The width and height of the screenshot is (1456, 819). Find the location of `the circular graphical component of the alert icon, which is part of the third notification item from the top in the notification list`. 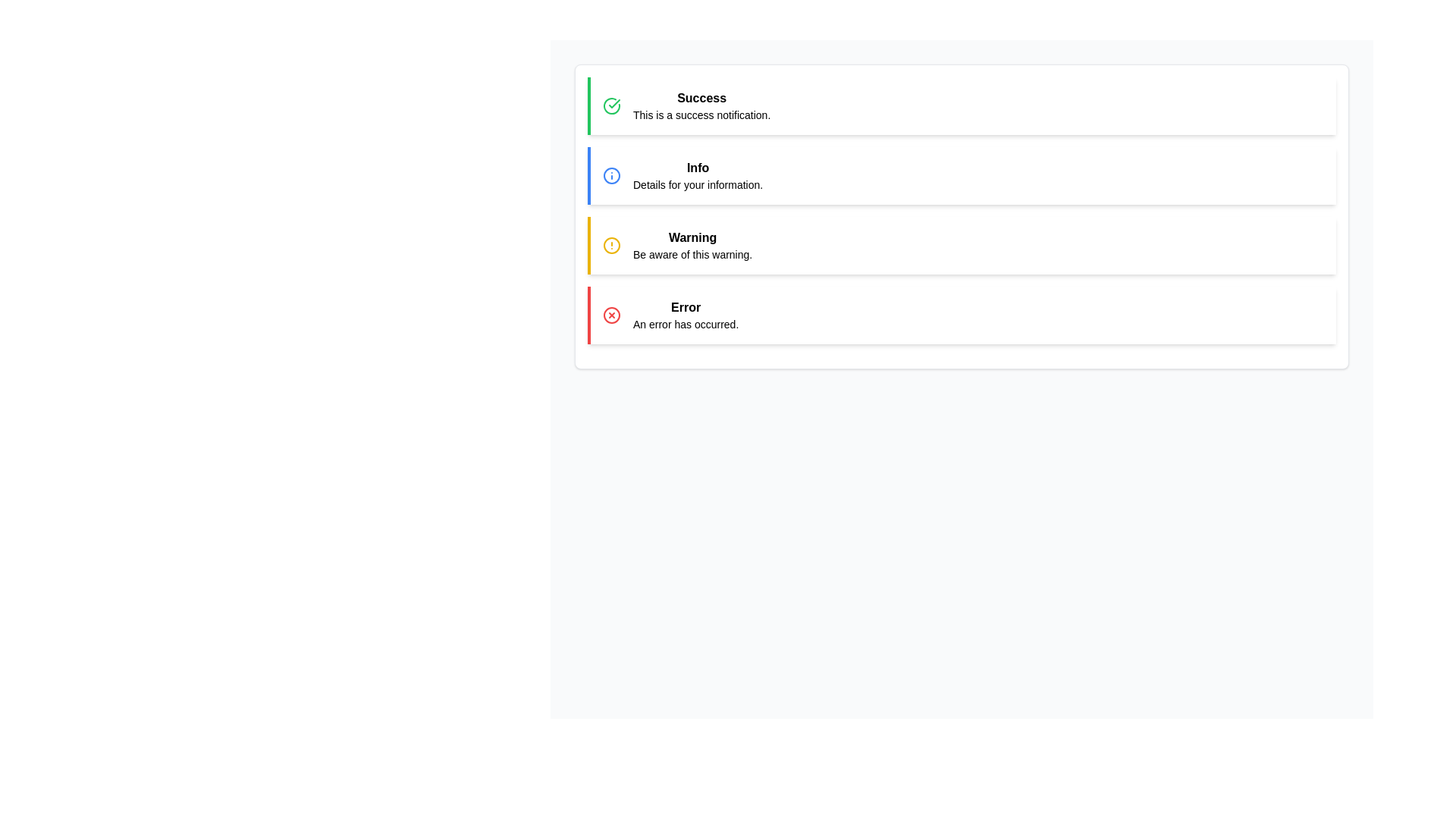

the circular graphical component of the alert icon, which is part of the third notification item from the top in the notification list is located at coordinates (611, 245).